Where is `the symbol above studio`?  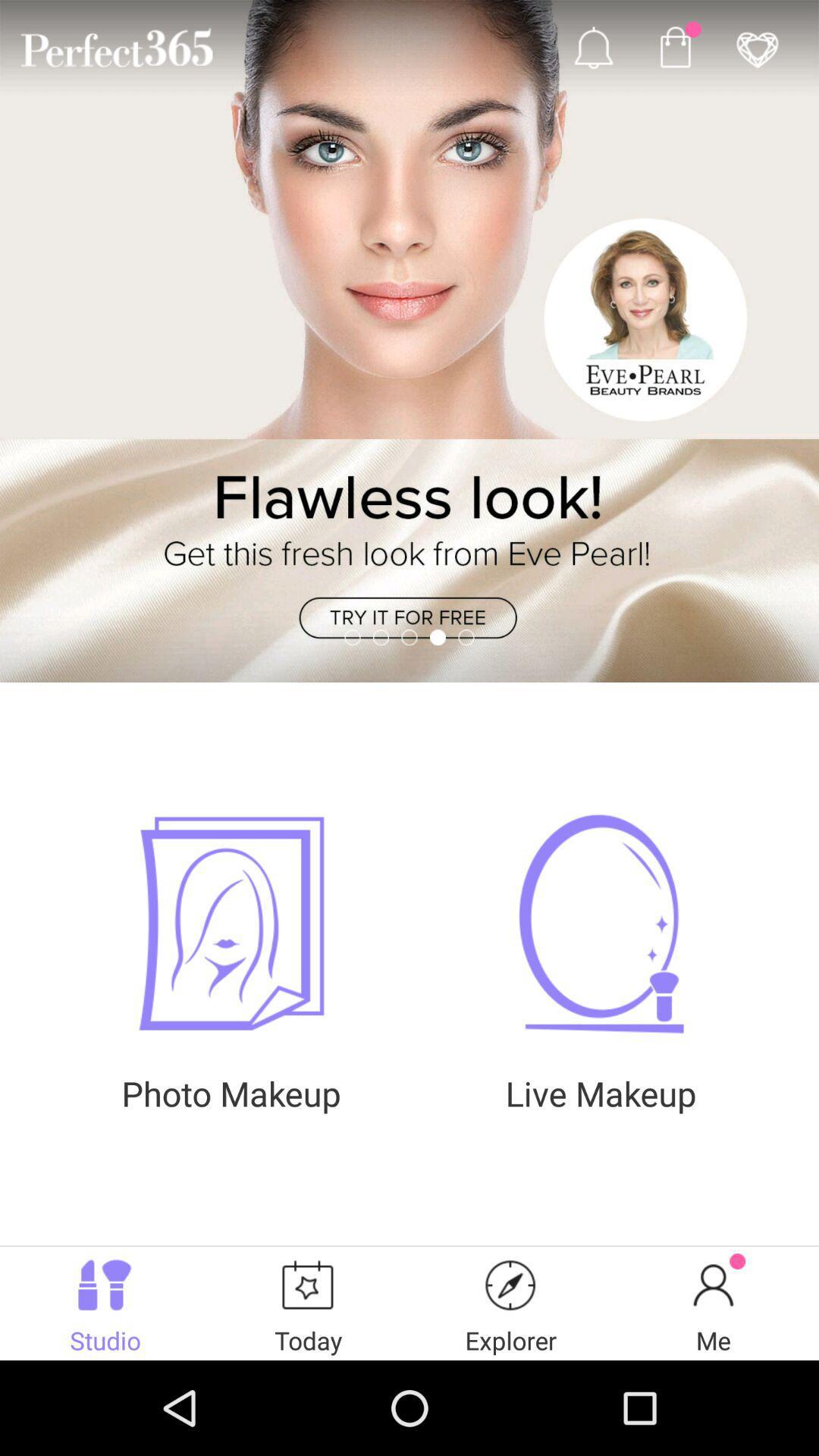
the symbol above studio is located at coordinates (104, 1284).